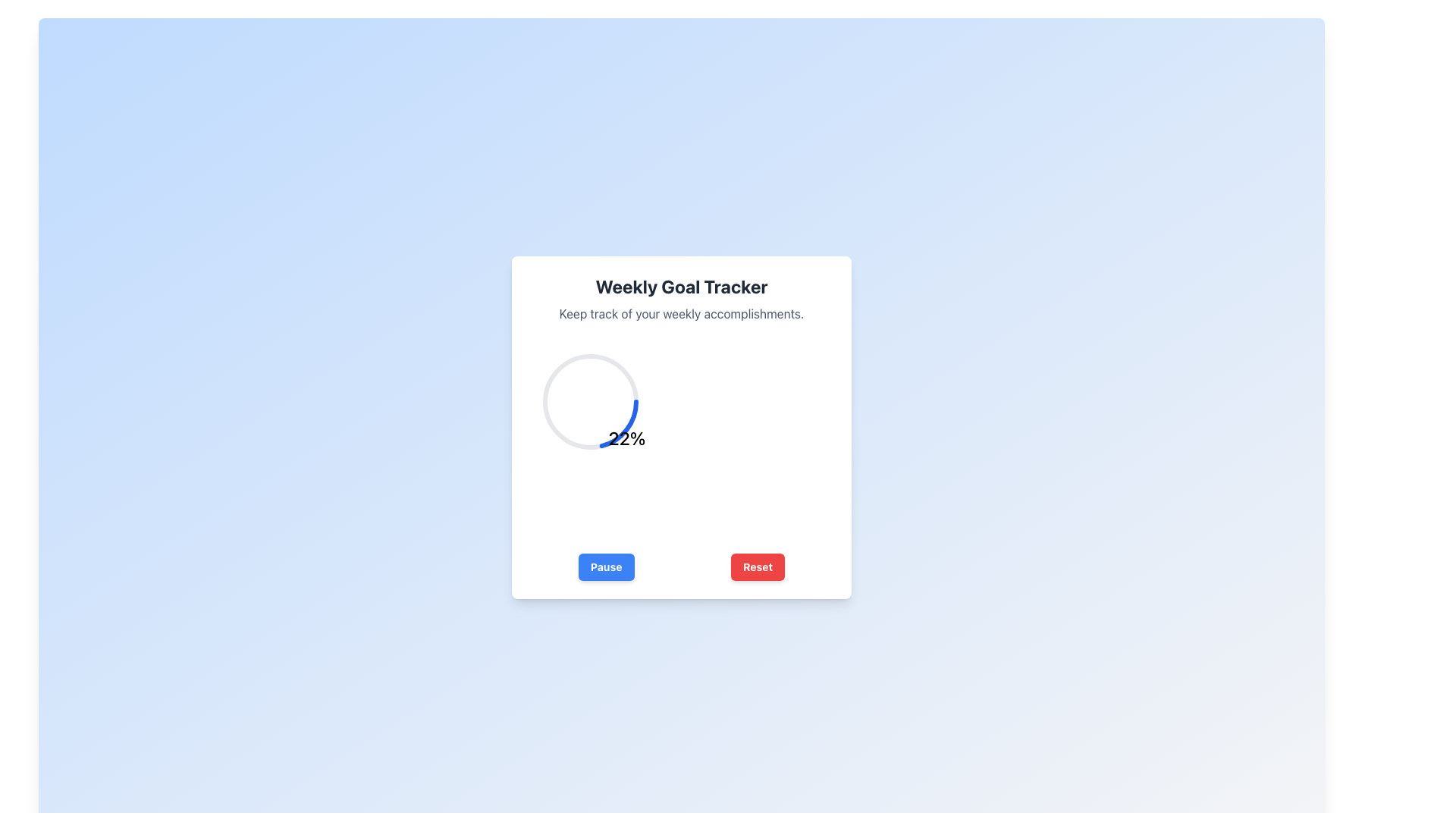  I want to click on the Circular Progress Indicator located in the 'Weekly Goal Tracker' card UI component, positioned between the description text and the buttons, so click(626, 438).